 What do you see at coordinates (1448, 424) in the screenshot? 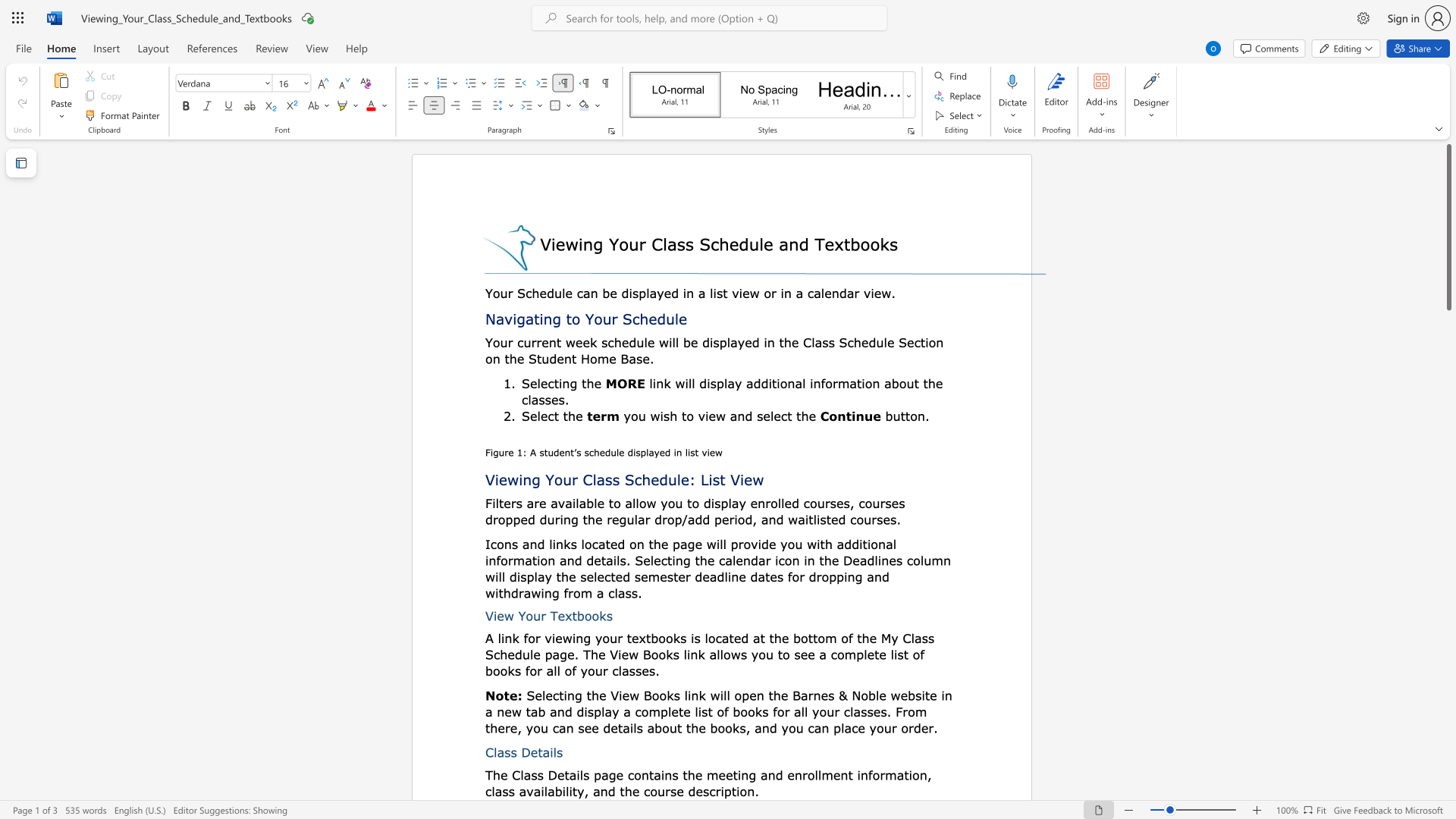
I see `the scrollbar to move the page down` at bounding box center [1448, 424].